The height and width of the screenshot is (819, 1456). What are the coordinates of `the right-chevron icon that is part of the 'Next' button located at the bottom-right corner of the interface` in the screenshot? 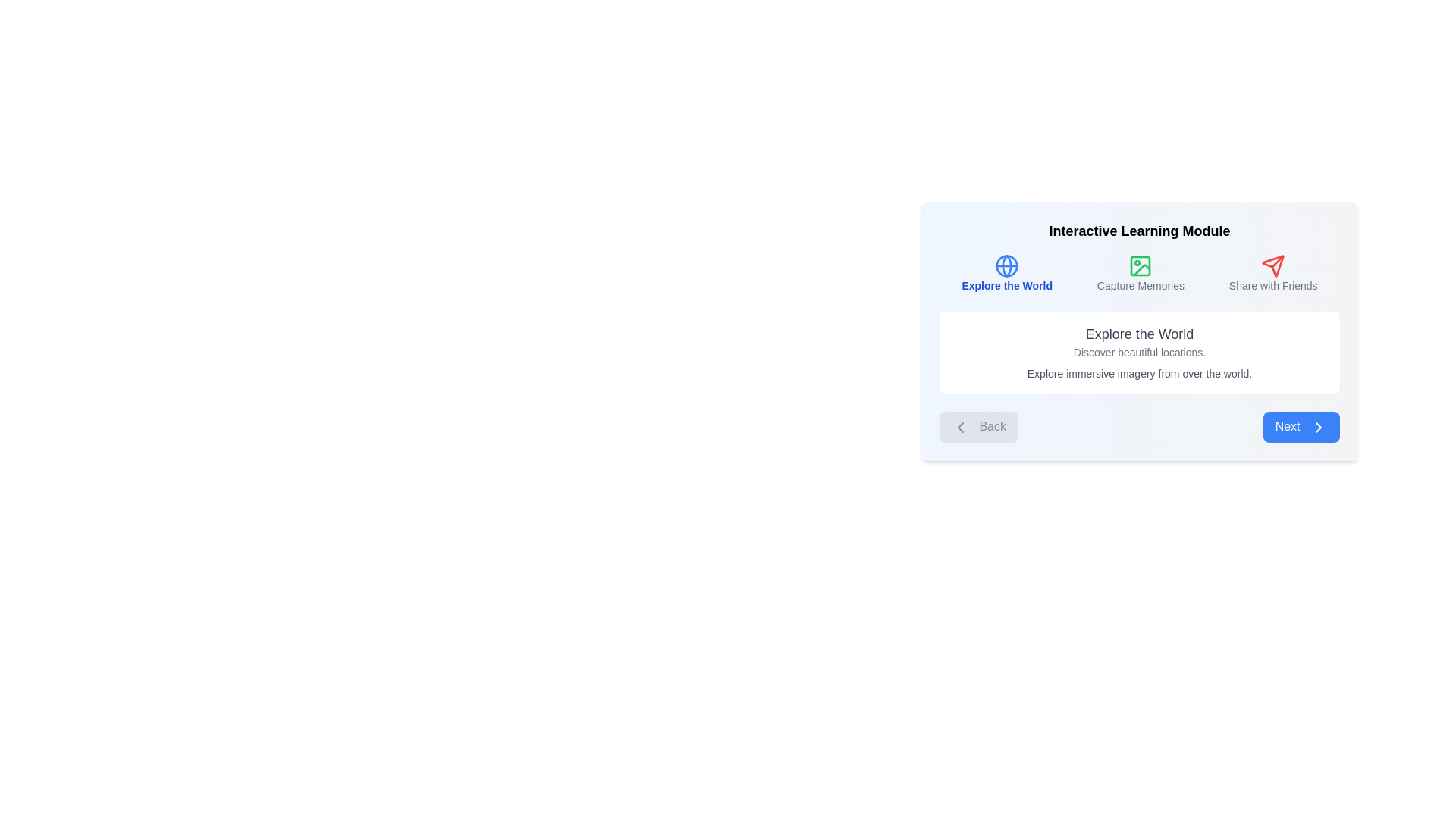 It's located at (1317, 427).